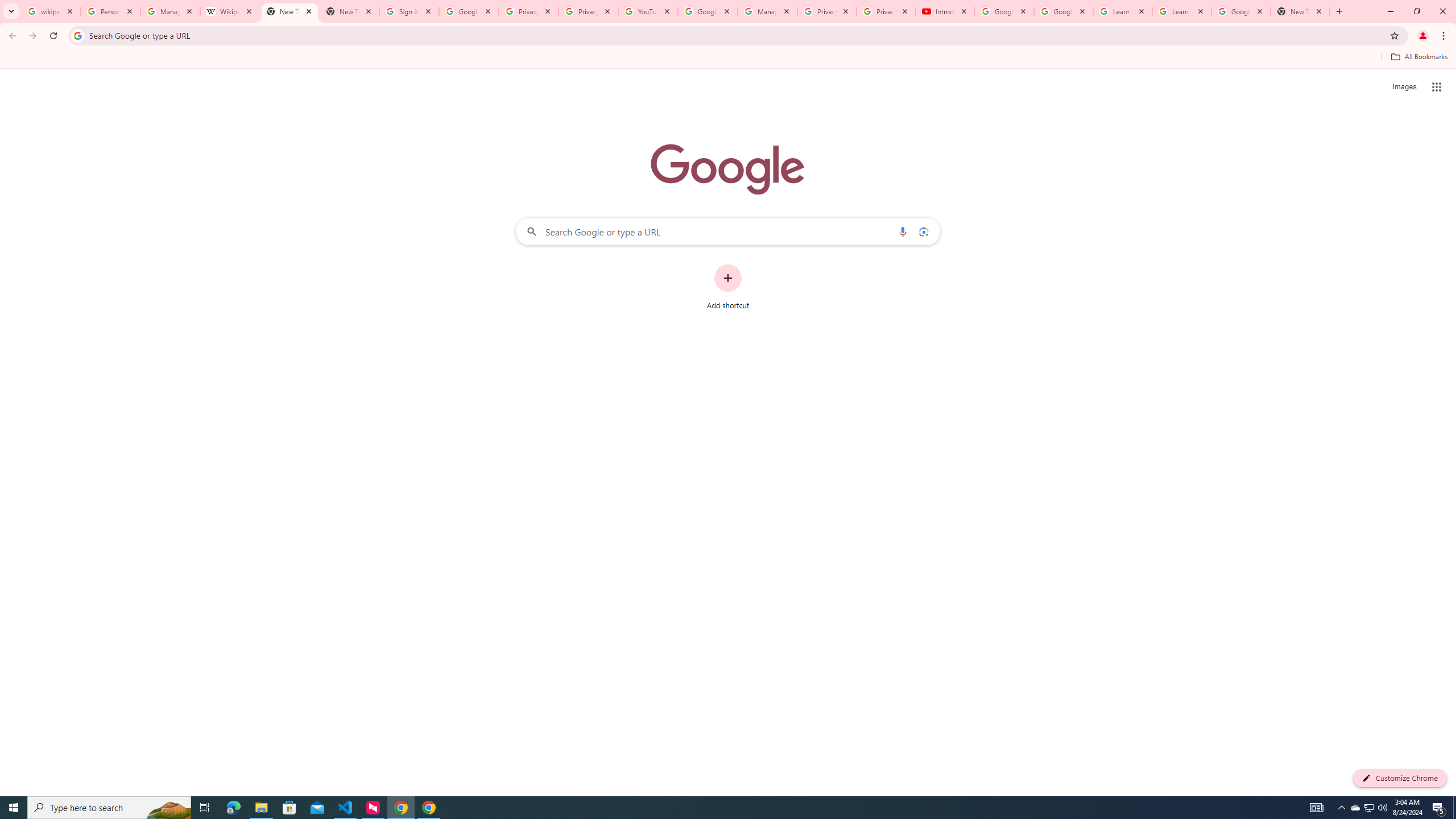  I want to click on 'Google Account', so click(1240, 11).